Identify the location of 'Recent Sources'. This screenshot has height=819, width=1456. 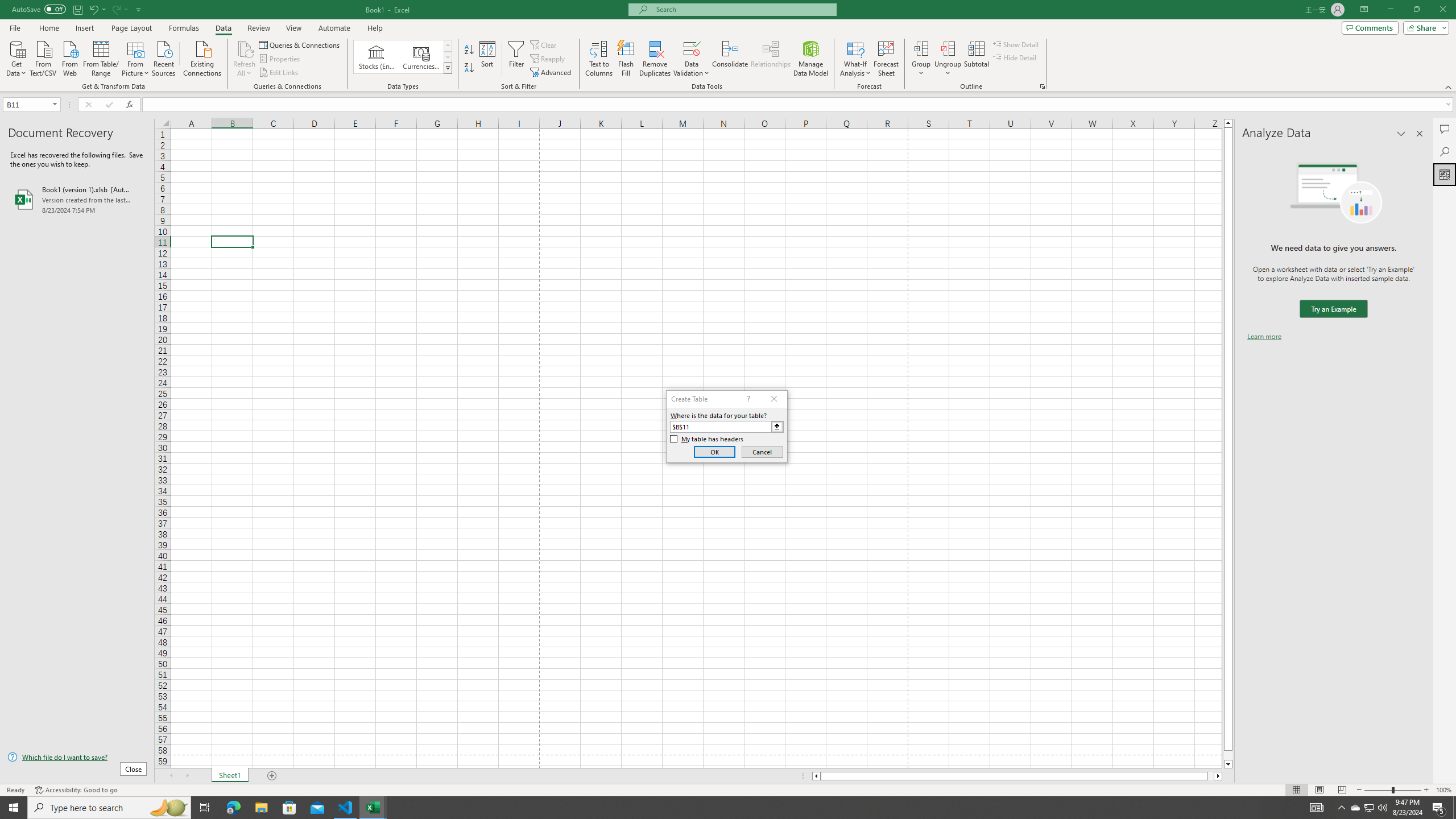
(164, 57).